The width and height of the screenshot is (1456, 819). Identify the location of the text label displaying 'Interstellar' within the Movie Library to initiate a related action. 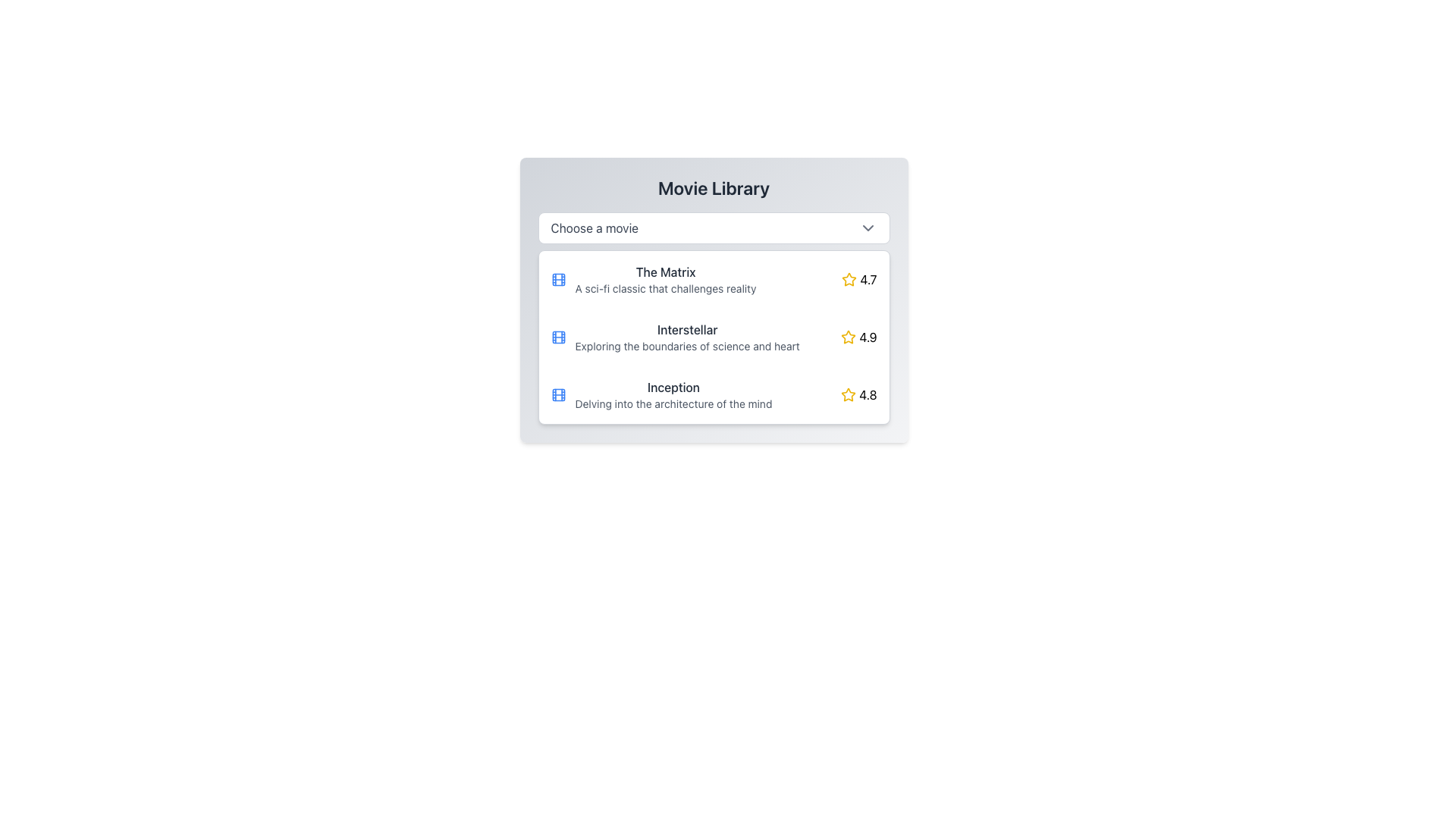
(686, 329).